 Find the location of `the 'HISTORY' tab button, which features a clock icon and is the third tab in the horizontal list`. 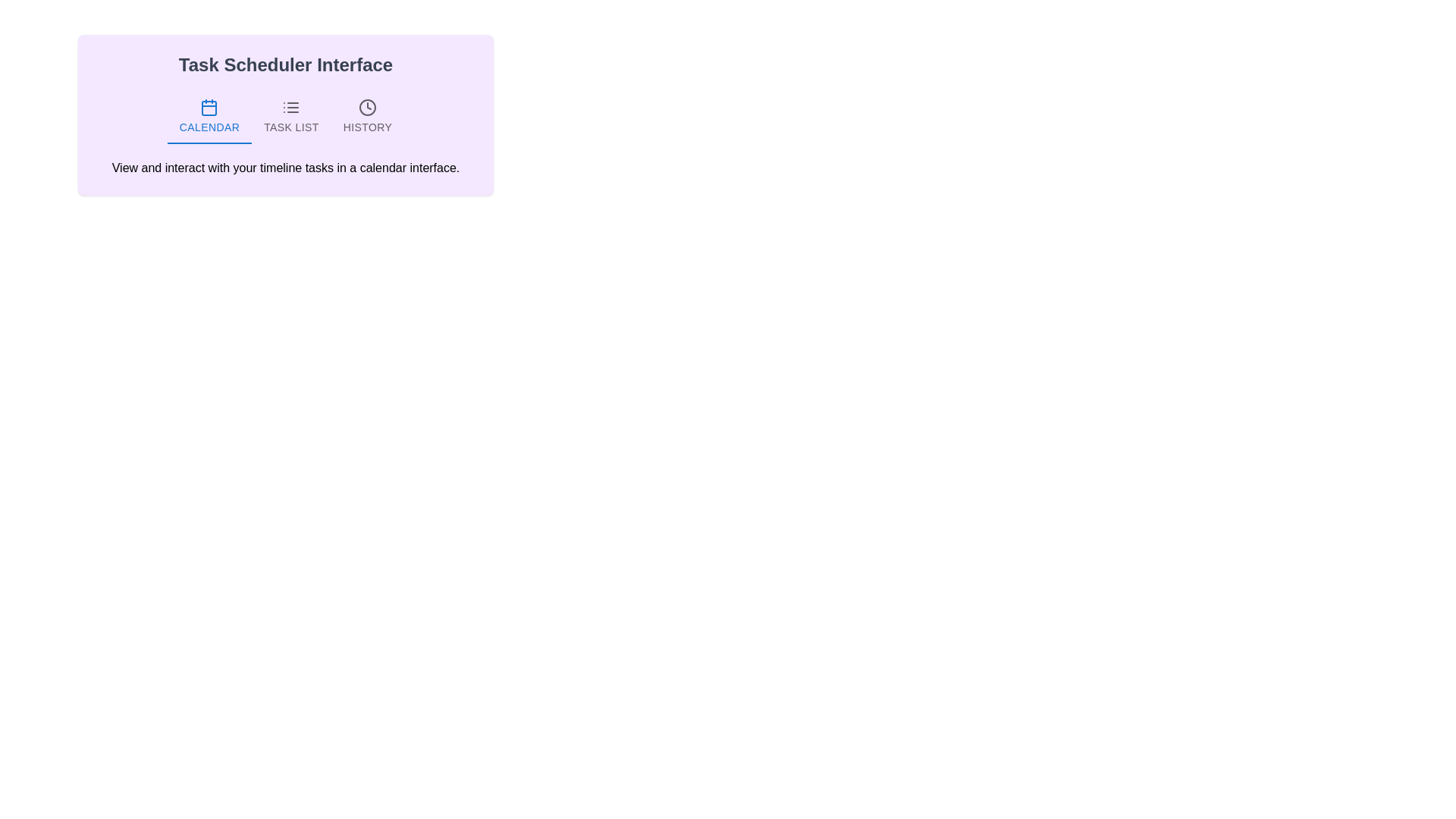

the 'HISTORY' tab button, which features a clock icon and is the third tab in the horizontal list is located at coordinates (367, 116).